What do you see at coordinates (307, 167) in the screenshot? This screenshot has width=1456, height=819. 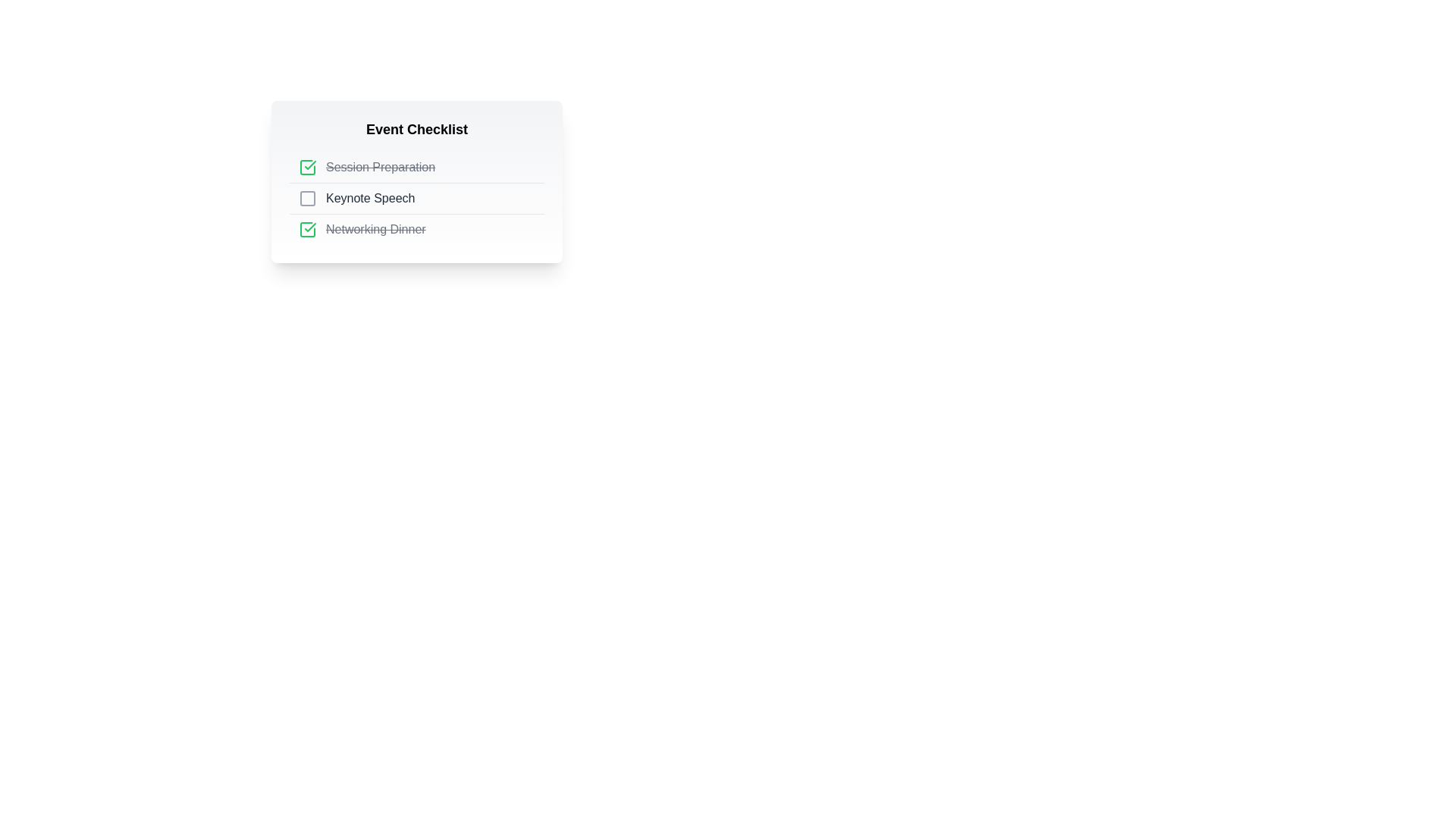 I see `the green check-mark icon located to the left of the 'Session Preparation' text` at bounding box center [307, 167].